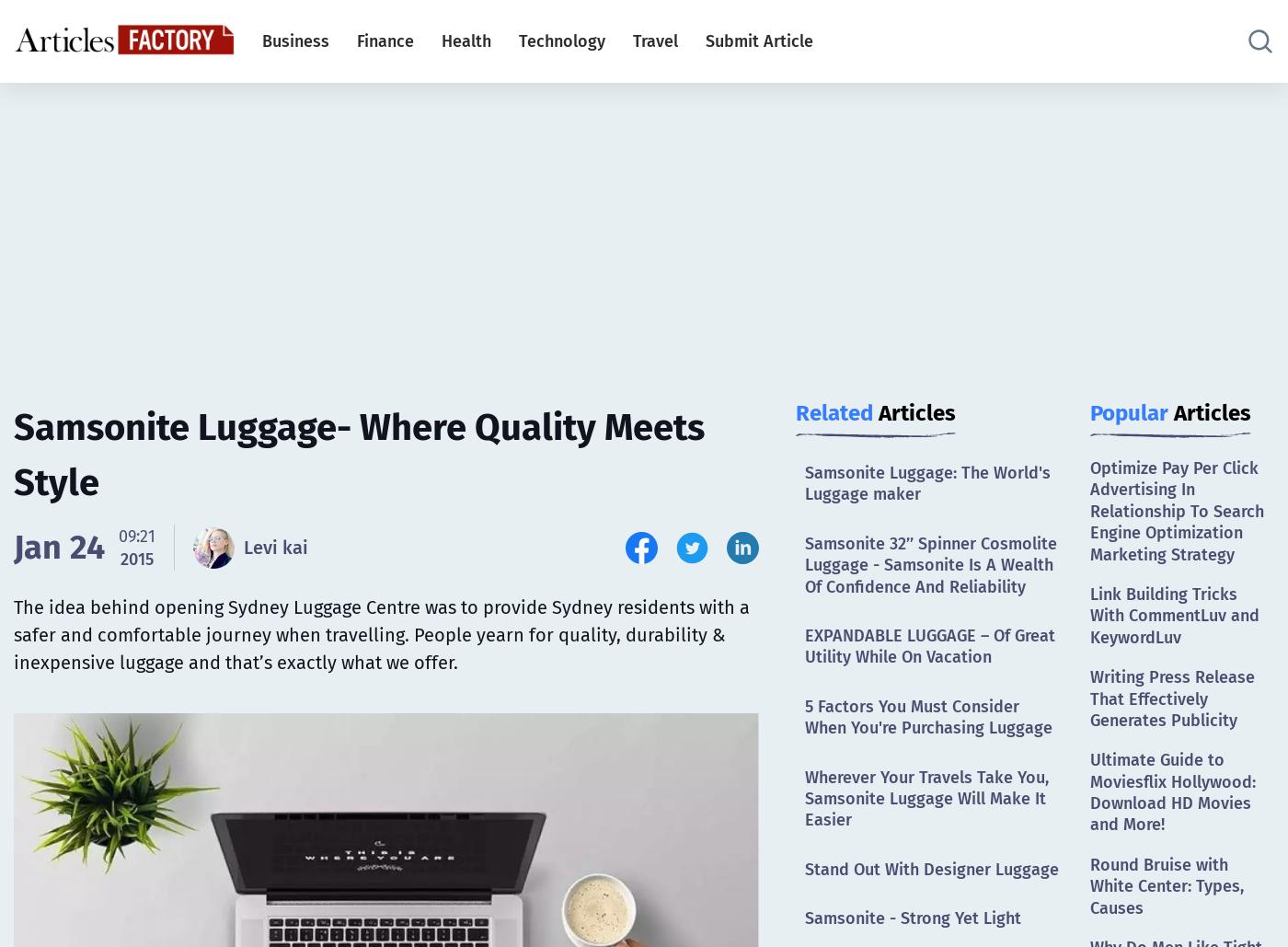 This screenshot has width=1288, height=947. What do you see at coordinates (759, 40) in the screenshot?
I see `'Submit Article'` at bounding box center [759, 40].